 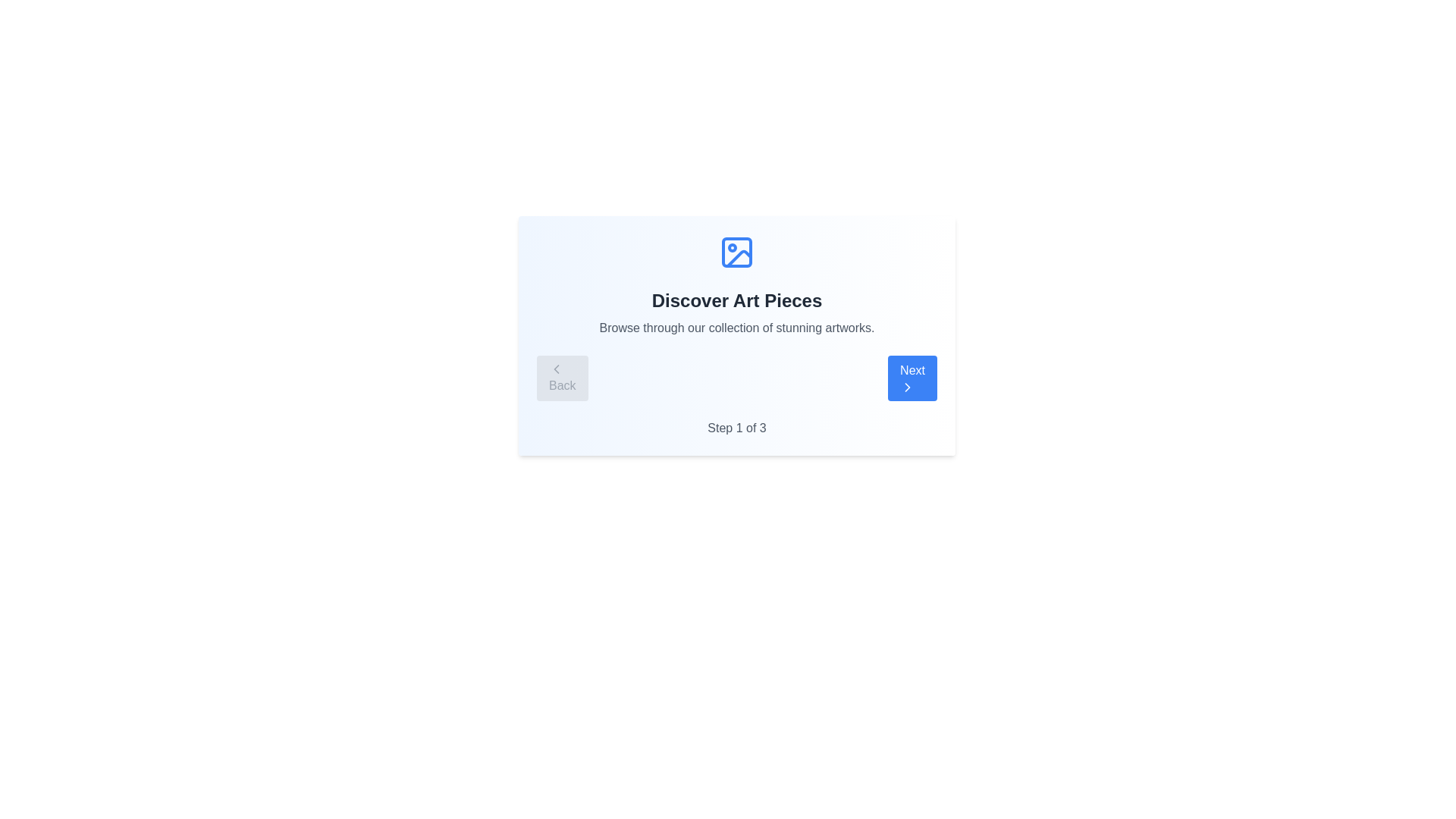 I want to click on the 'Next' button to navigate to the next step, so click(x=912, y=377).